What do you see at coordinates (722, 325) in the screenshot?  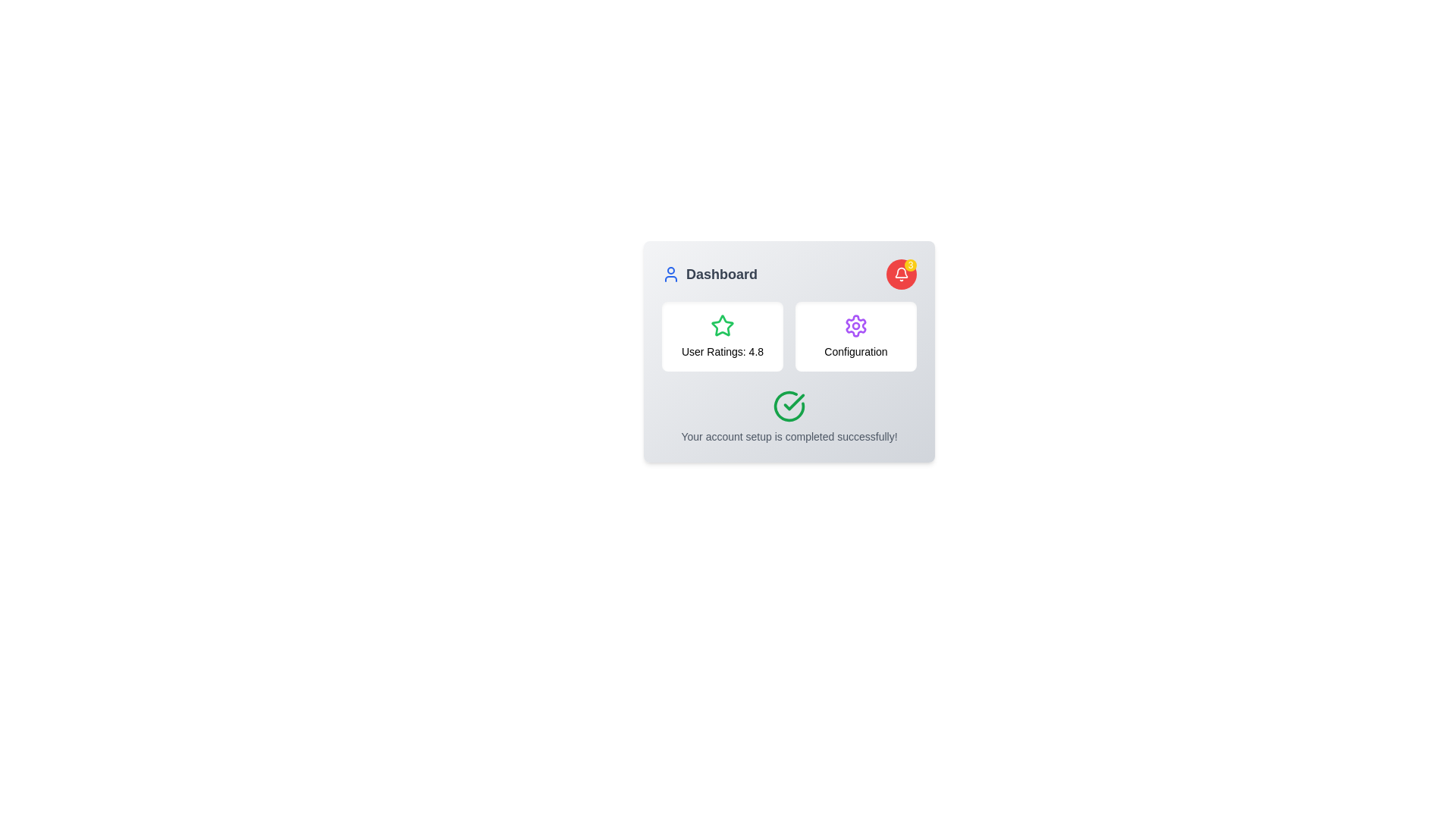 I see `the small, green, five-pointed star icon with a hollow center located within the 'User Ratings: 4.8' card in the dashboard interface` at bounding box center [722, 325].